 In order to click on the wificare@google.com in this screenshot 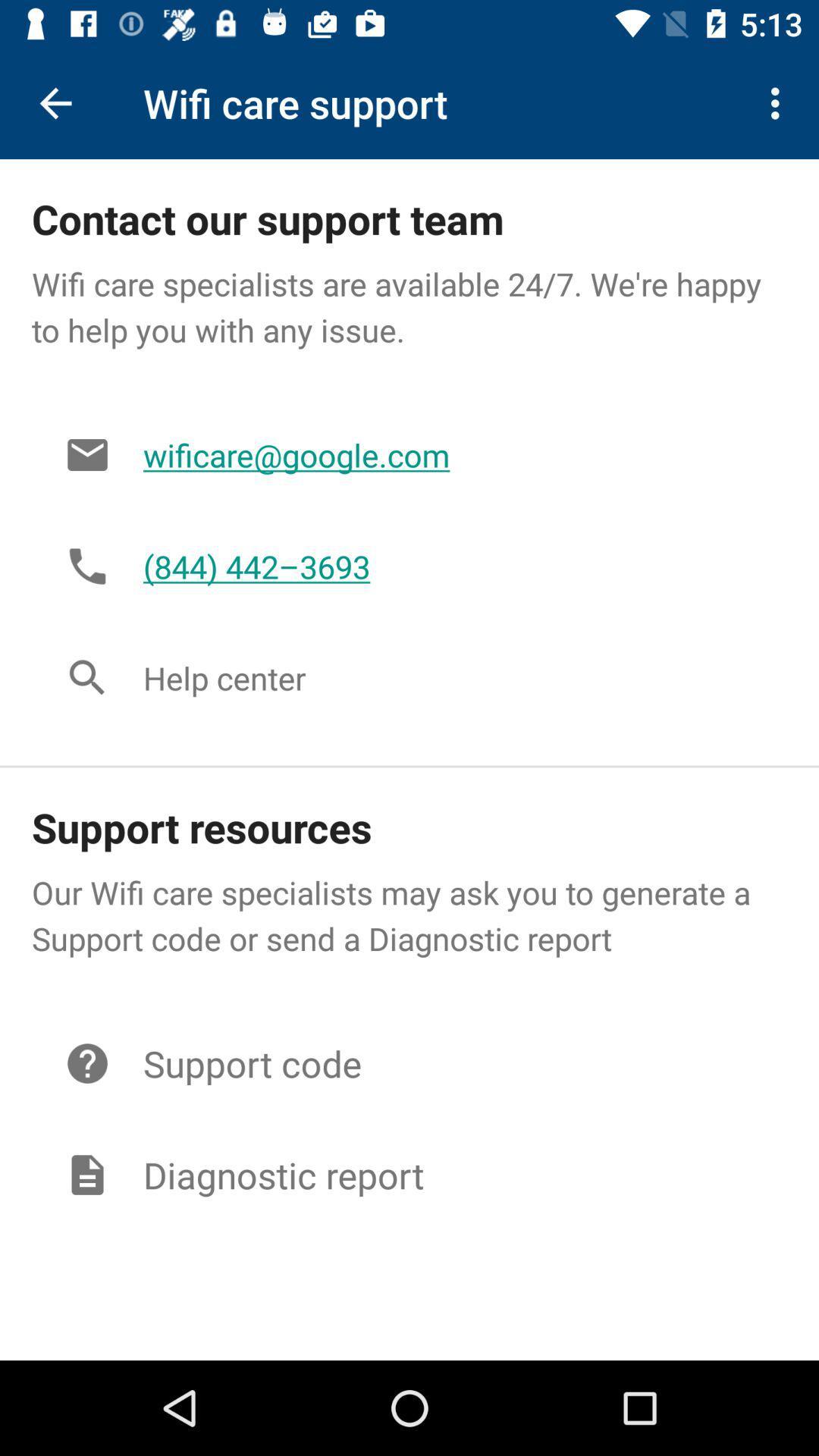, I will do `click(448, 454)`.